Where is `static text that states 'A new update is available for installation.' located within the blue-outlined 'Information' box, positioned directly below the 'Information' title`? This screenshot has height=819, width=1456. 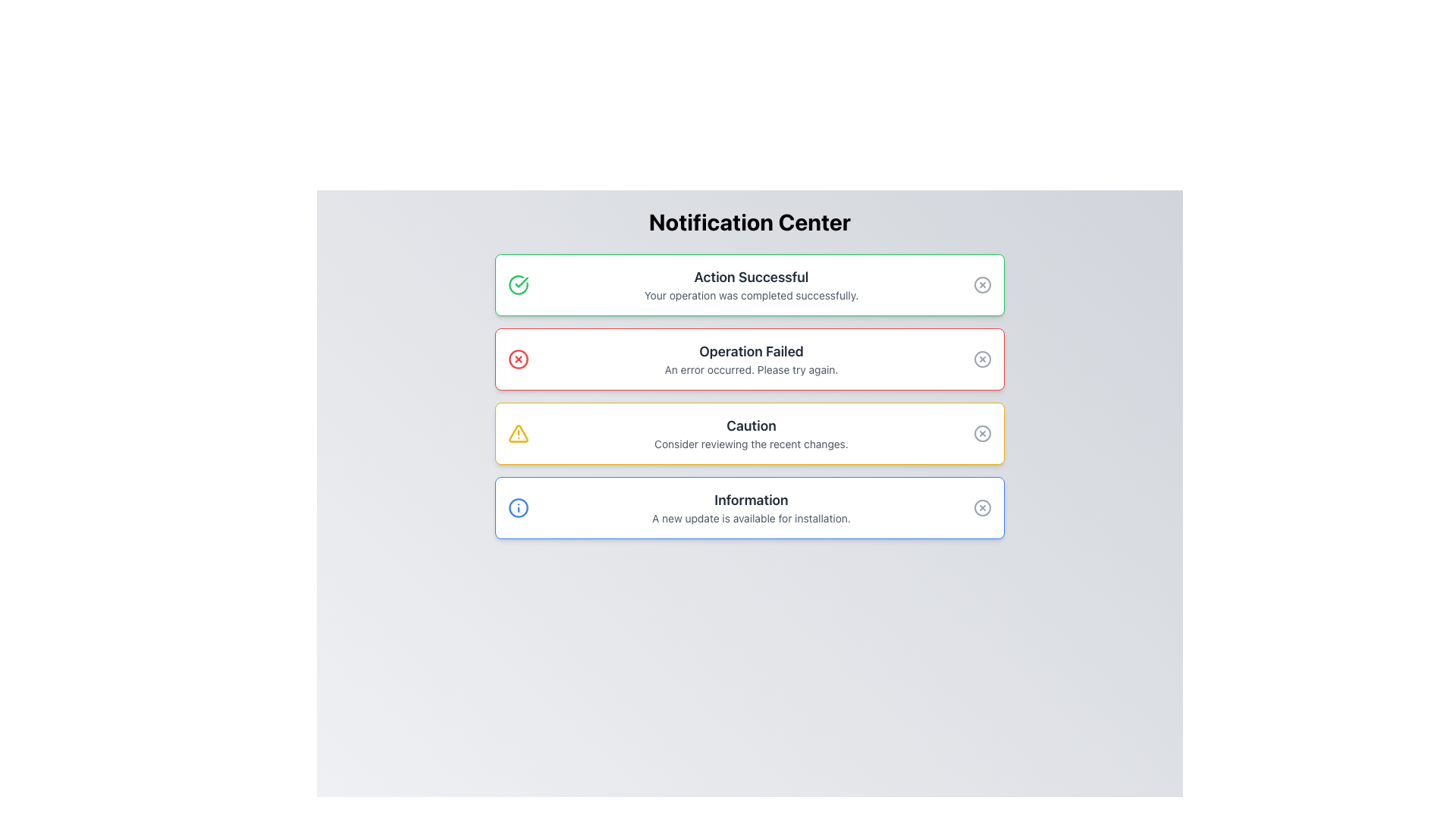 static text that states 'A new update is available for installation.' located within the blue-outlined 'Information' box, positioned directly below the 'Information' title is located at coordinates (751, 517).